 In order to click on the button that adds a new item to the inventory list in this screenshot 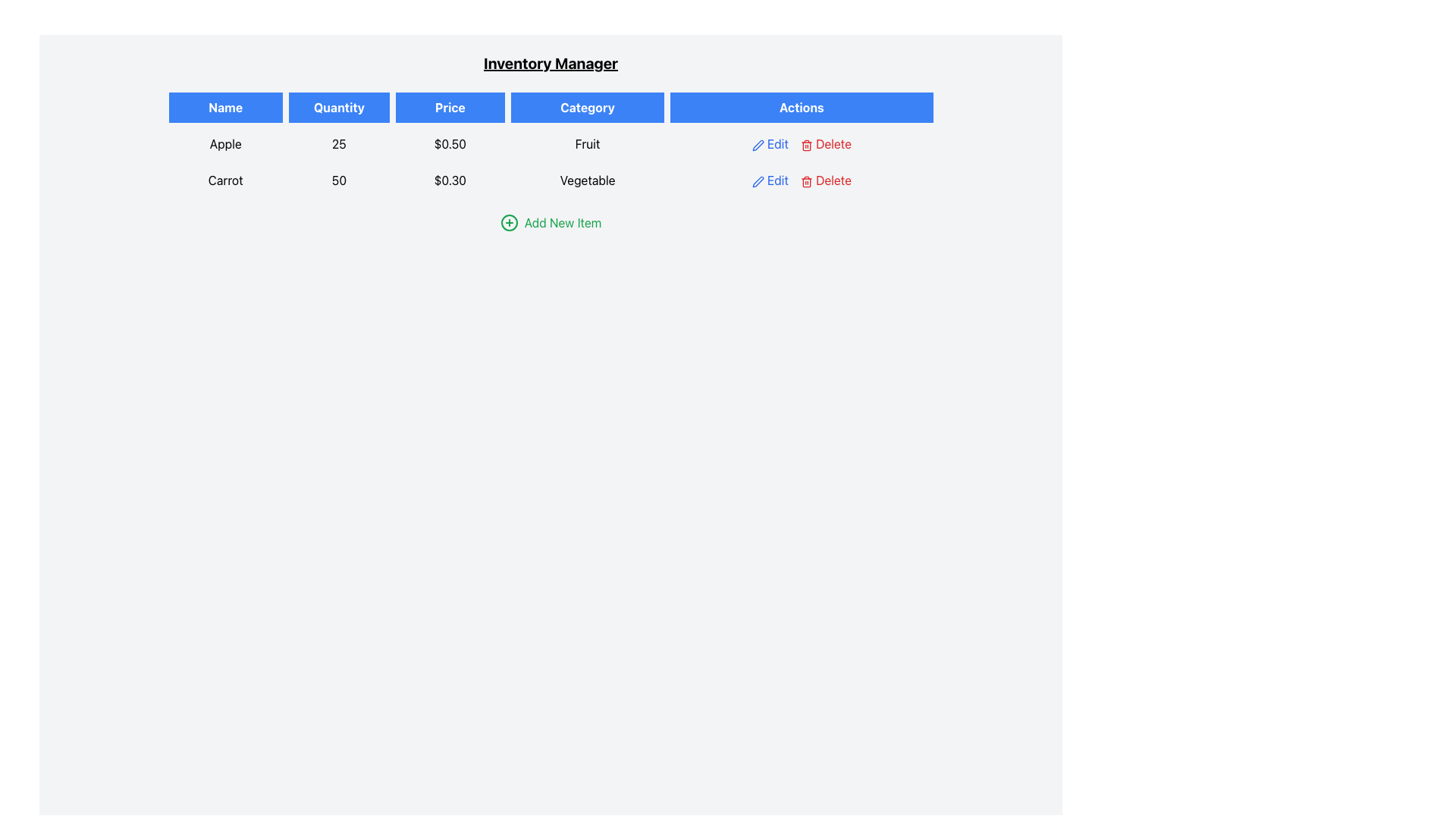, I will do `click(550, 222)`.